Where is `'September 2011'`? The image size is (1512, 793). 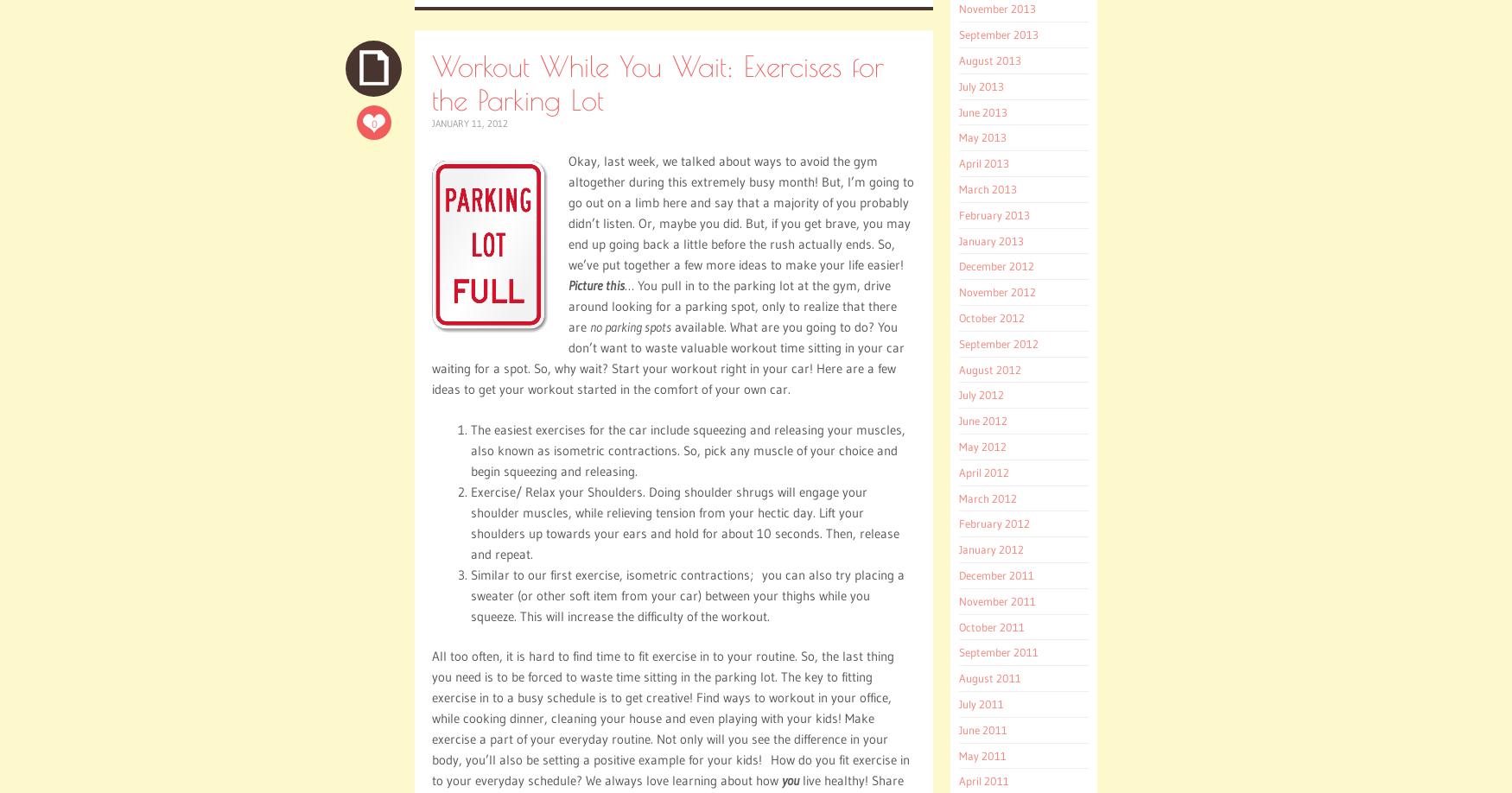 'September 2011' is located at coordinates (998, 650).